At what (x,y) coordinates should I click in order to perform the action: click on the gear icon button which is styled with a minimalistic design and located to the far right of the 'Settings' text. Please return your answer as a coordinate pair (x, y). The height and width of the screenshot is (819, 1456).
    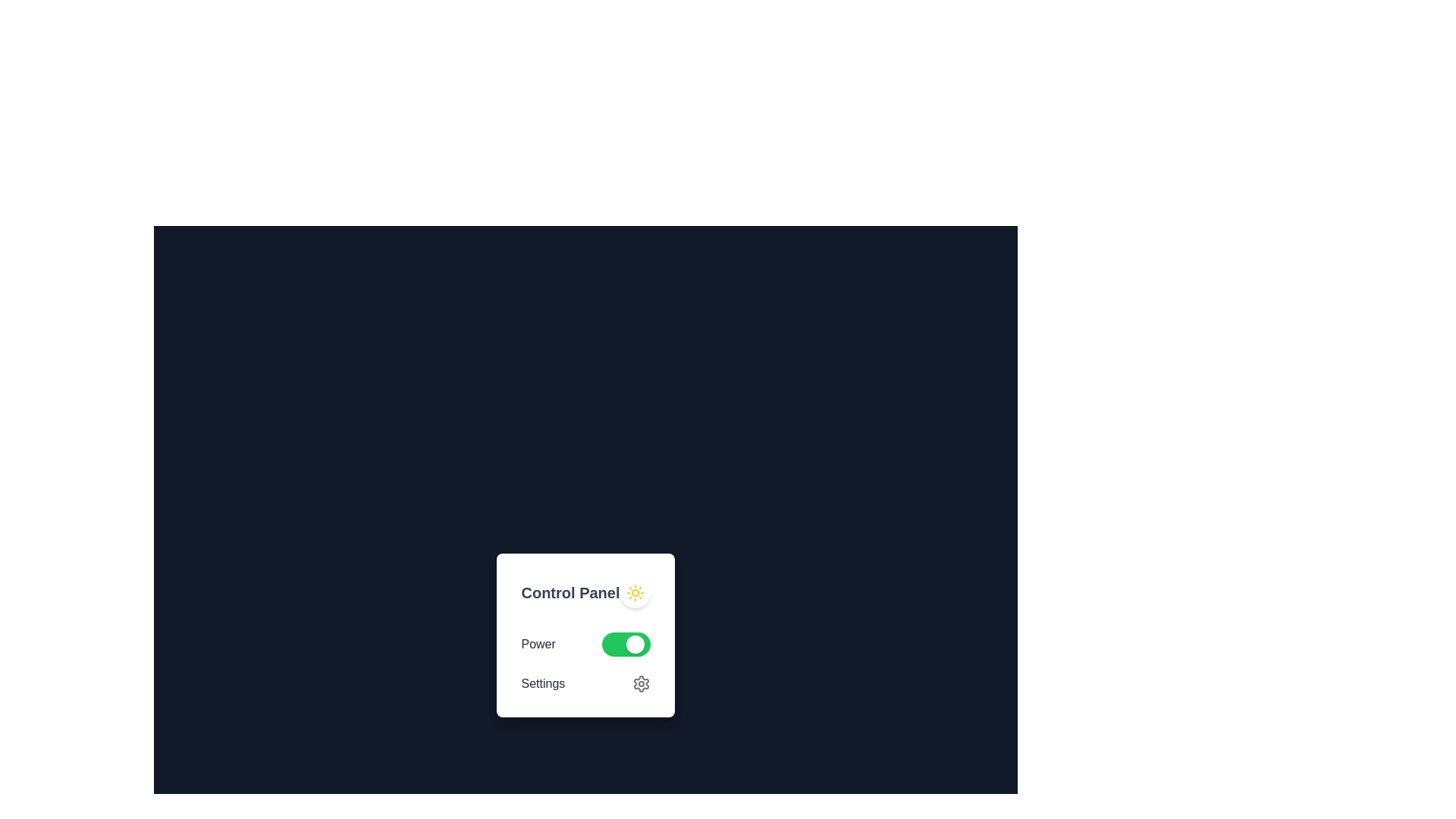
    Looking at the image, I should click on (641, 684).